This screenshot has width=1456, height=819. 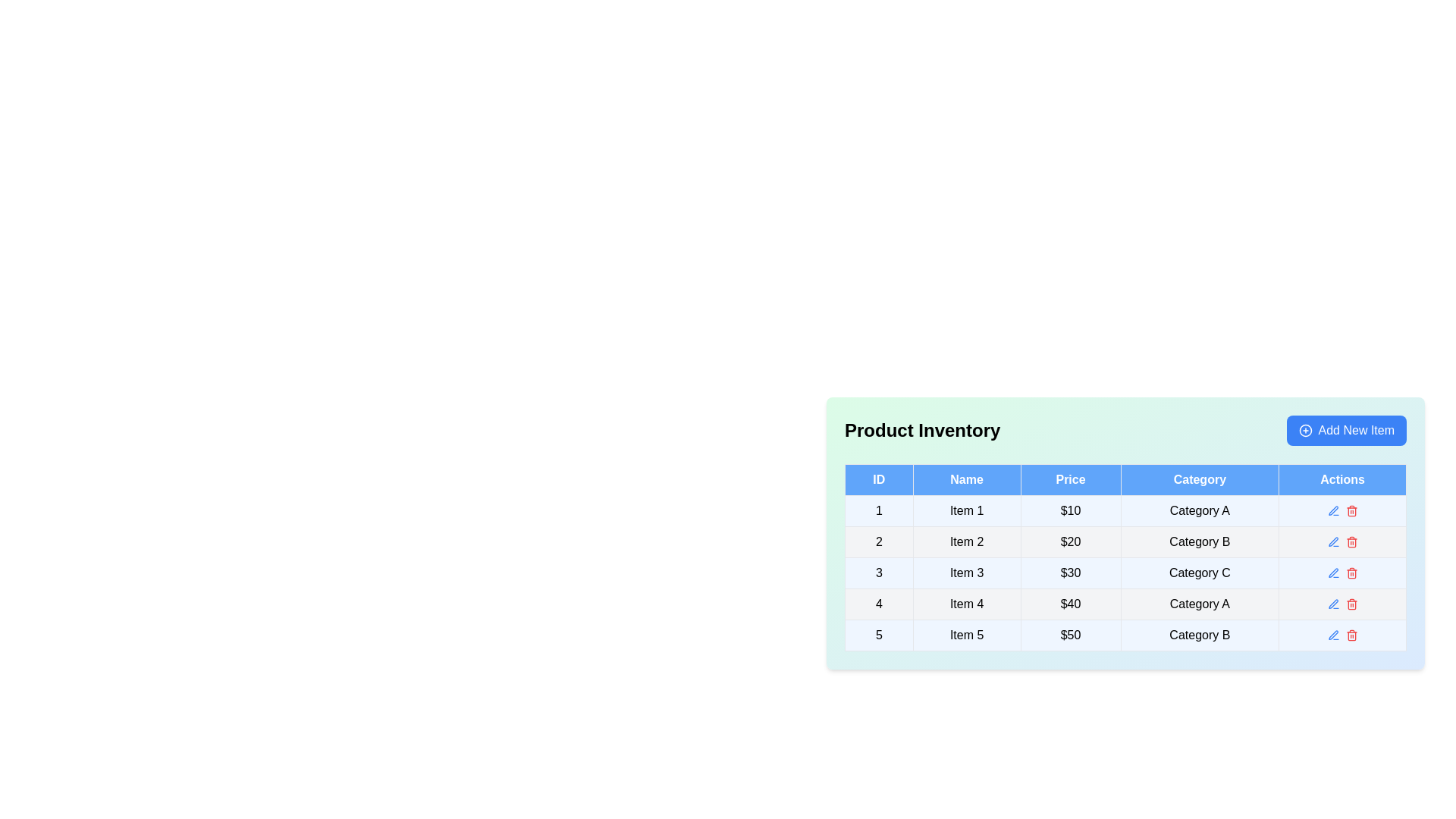 I want to click on the second table row containing item ID '2', item name 'Item 2', price '$20', category 'Category B', and action icons for editing and deleting, so click(x=1125, y=541).